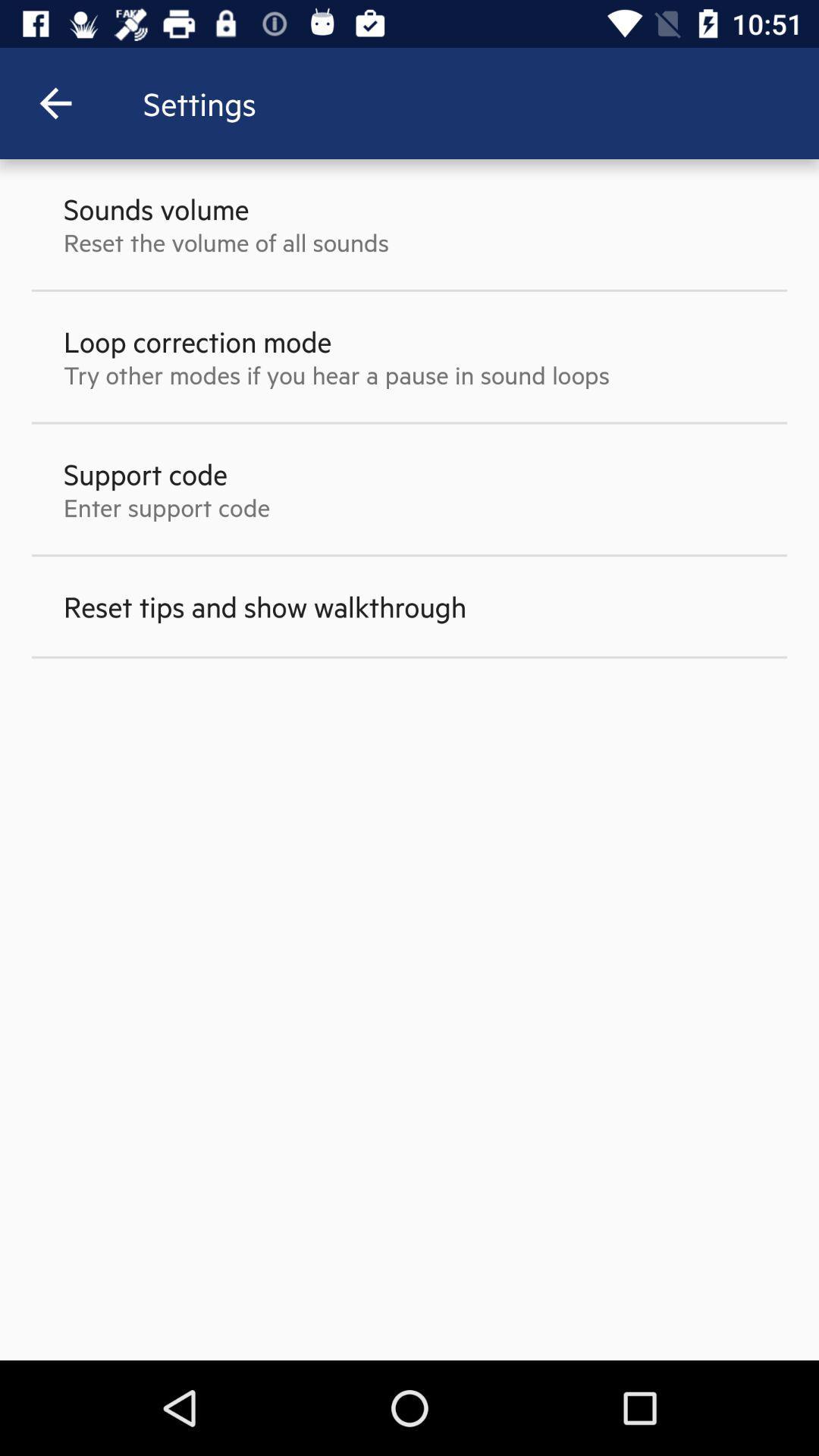  I want to click on try other modes, so click(335, 375).